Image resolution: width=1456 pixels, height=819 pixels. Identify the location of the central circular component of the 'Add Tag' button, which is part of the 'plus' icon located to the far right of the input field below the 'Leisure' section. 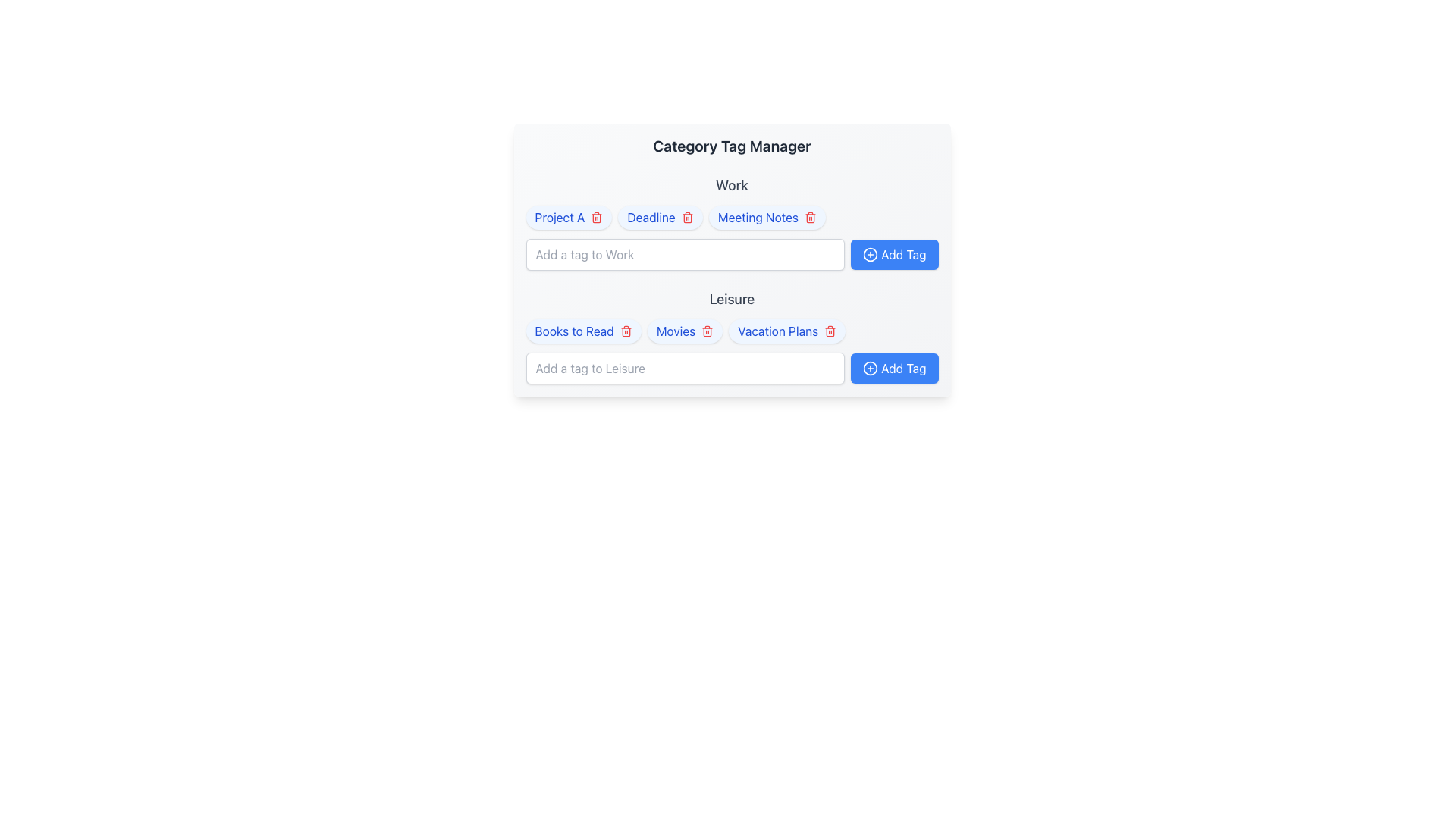
(871, 369).